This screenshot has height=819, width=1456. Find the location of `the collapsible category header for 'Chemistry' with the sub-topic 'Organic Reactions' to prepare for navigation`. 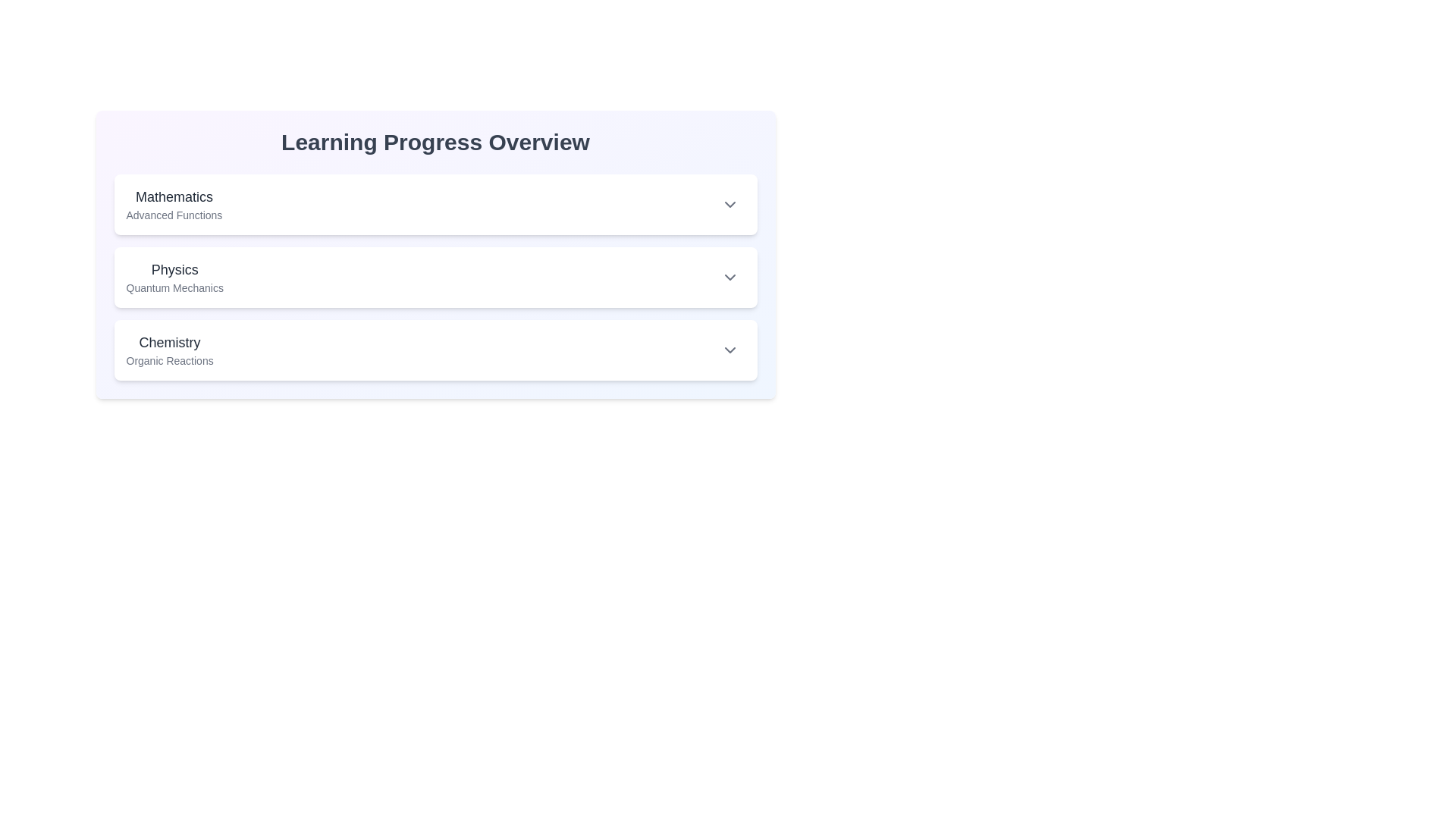

the collapsible category header for 'Chemistry' with the sub-topic 'Organic Reactions' to prepare for navigation is located at coordinates (435, 350).